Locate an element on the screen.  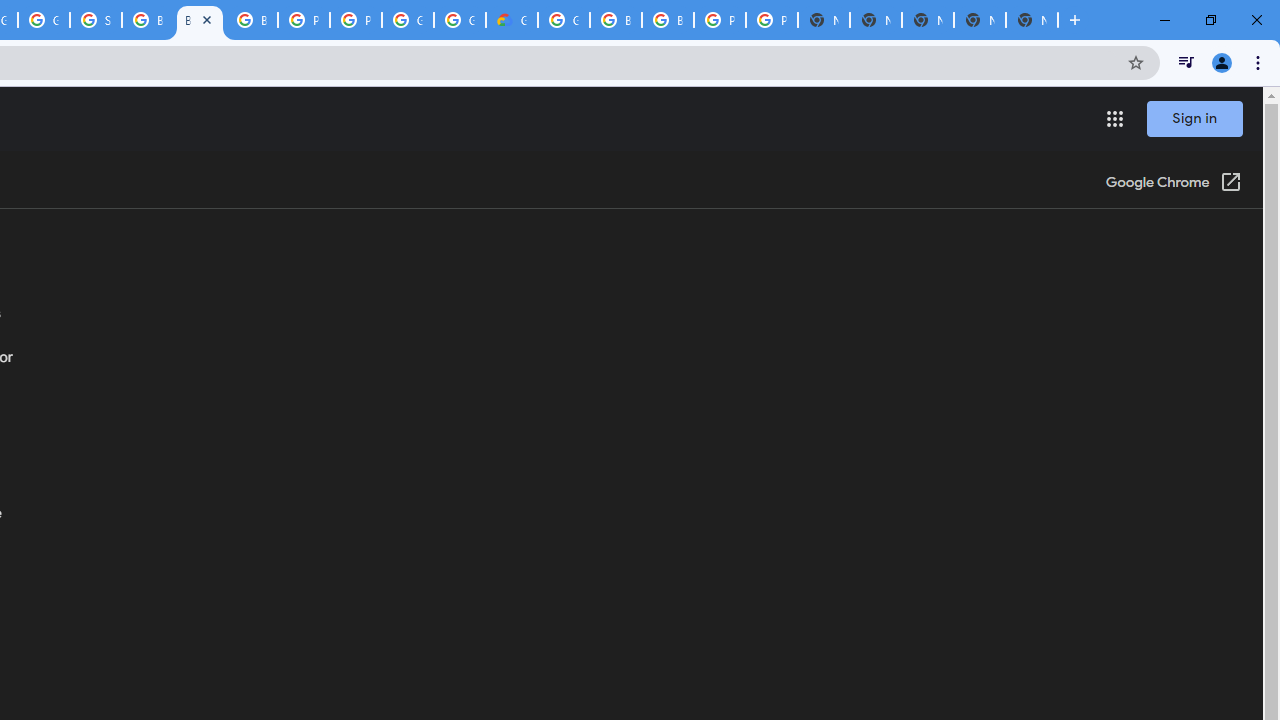
'Google Chrome (Open in a new window)' is located at coordinates (1173, 183).